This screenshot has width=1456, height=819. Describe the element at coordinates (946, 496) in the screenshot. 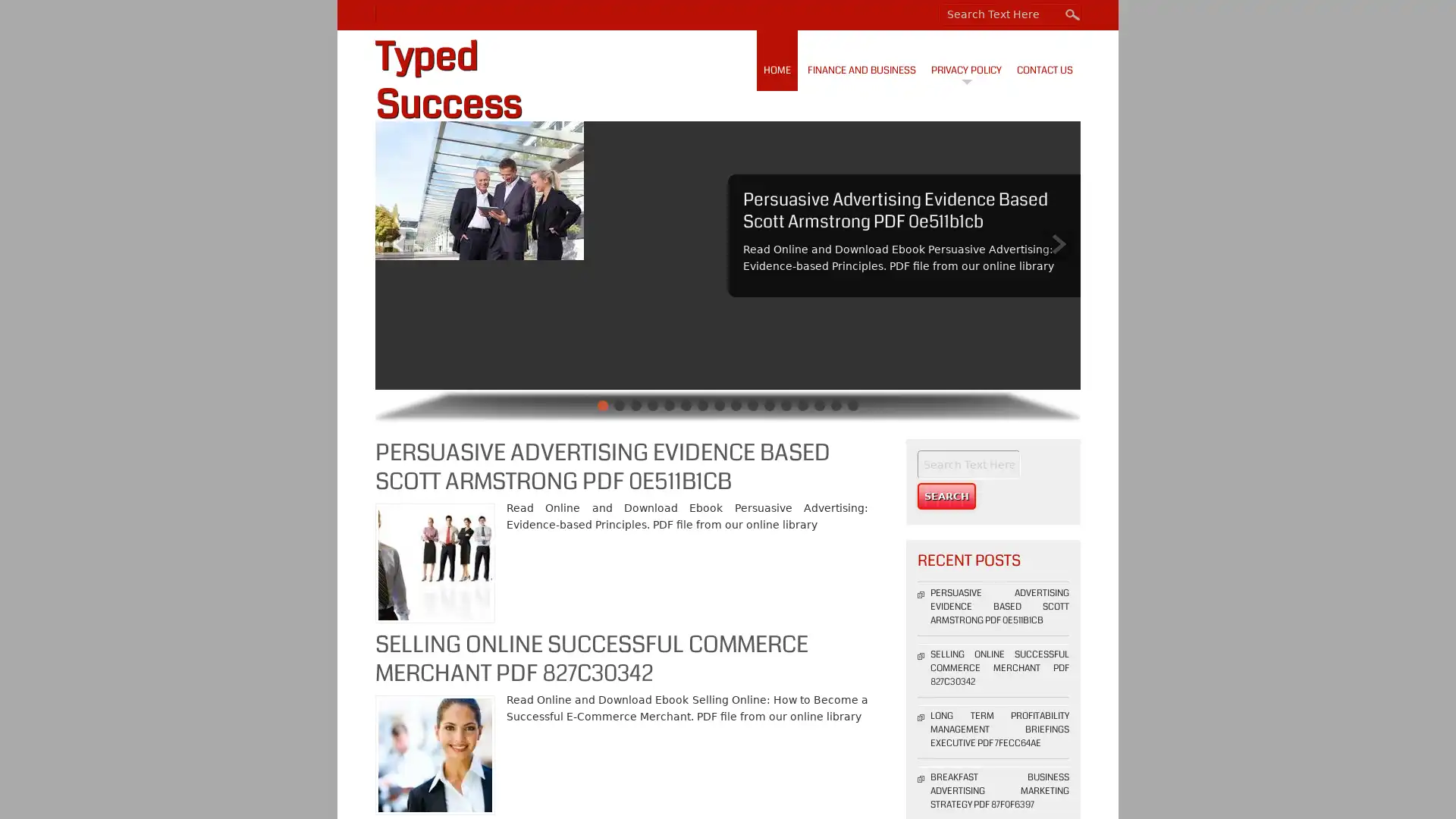

I see `Search` at that location.